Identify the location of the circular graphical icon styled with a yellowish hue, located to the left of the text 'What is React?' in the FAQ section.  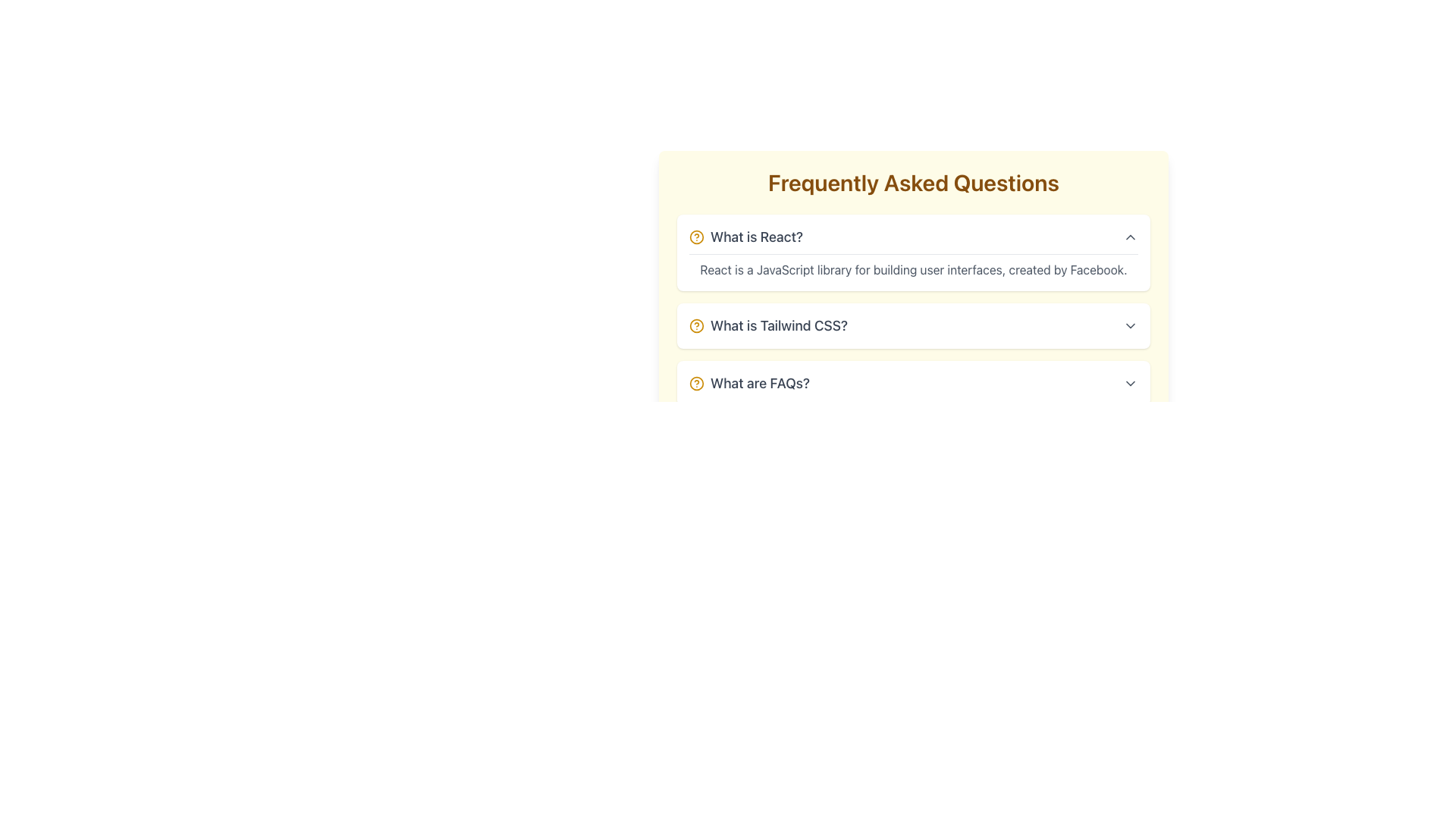
(695, 237).